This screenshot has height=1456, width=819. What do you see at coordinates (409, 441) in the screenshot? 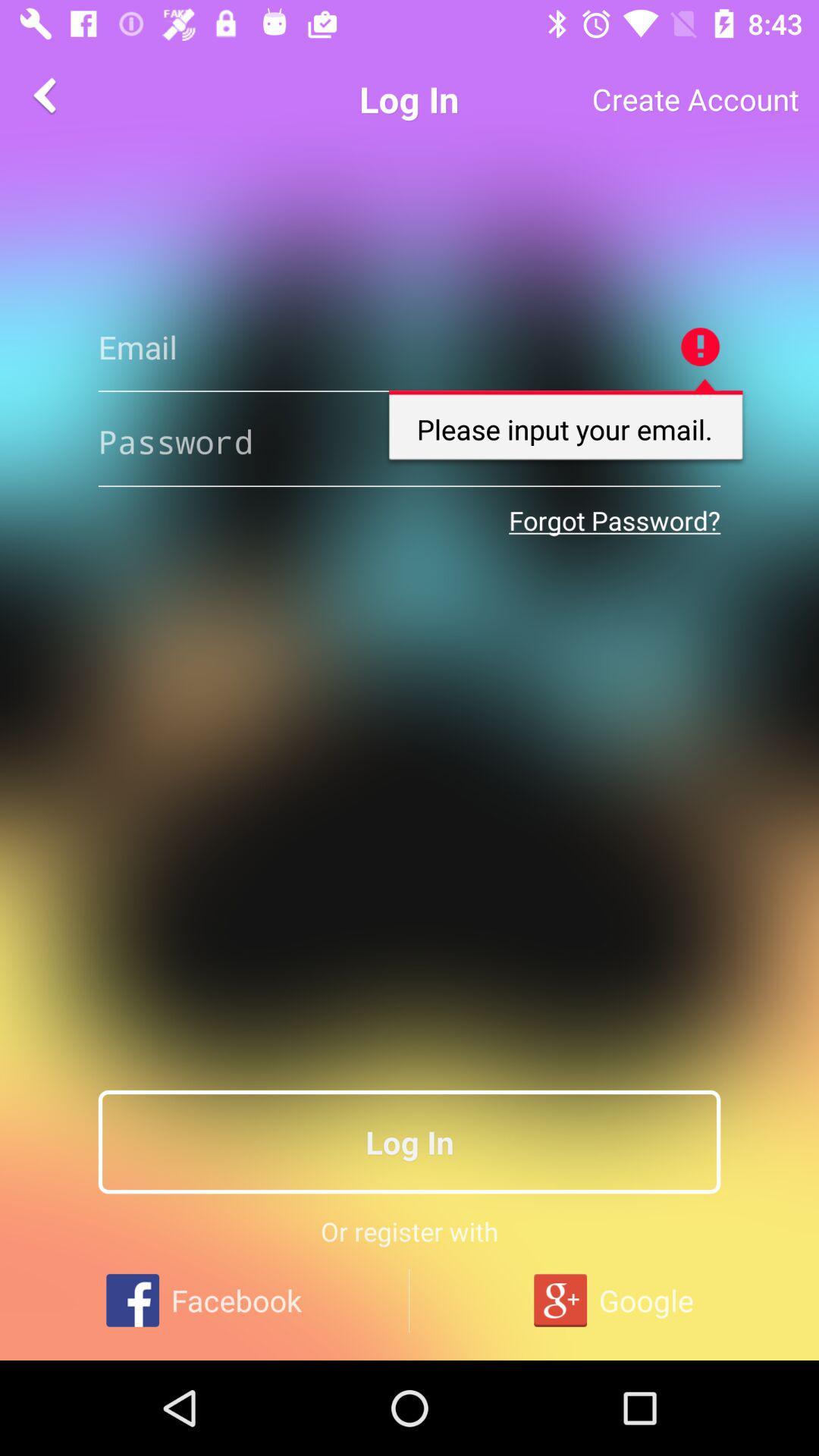
I see `password` at bounding box center [409, 441].